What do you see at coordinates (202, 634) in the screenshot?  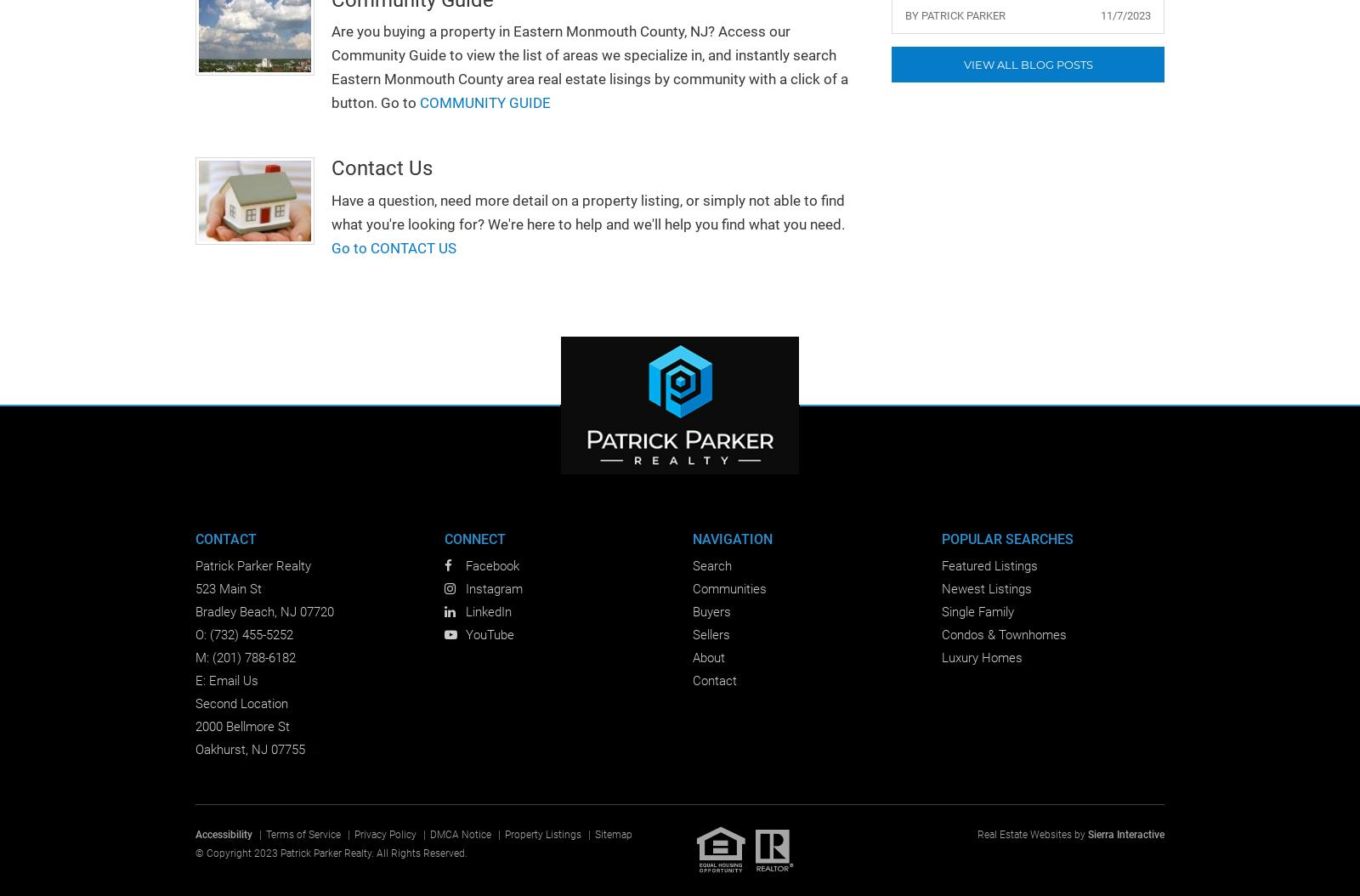 I see `'O:'` at bounding box center [202, 634].